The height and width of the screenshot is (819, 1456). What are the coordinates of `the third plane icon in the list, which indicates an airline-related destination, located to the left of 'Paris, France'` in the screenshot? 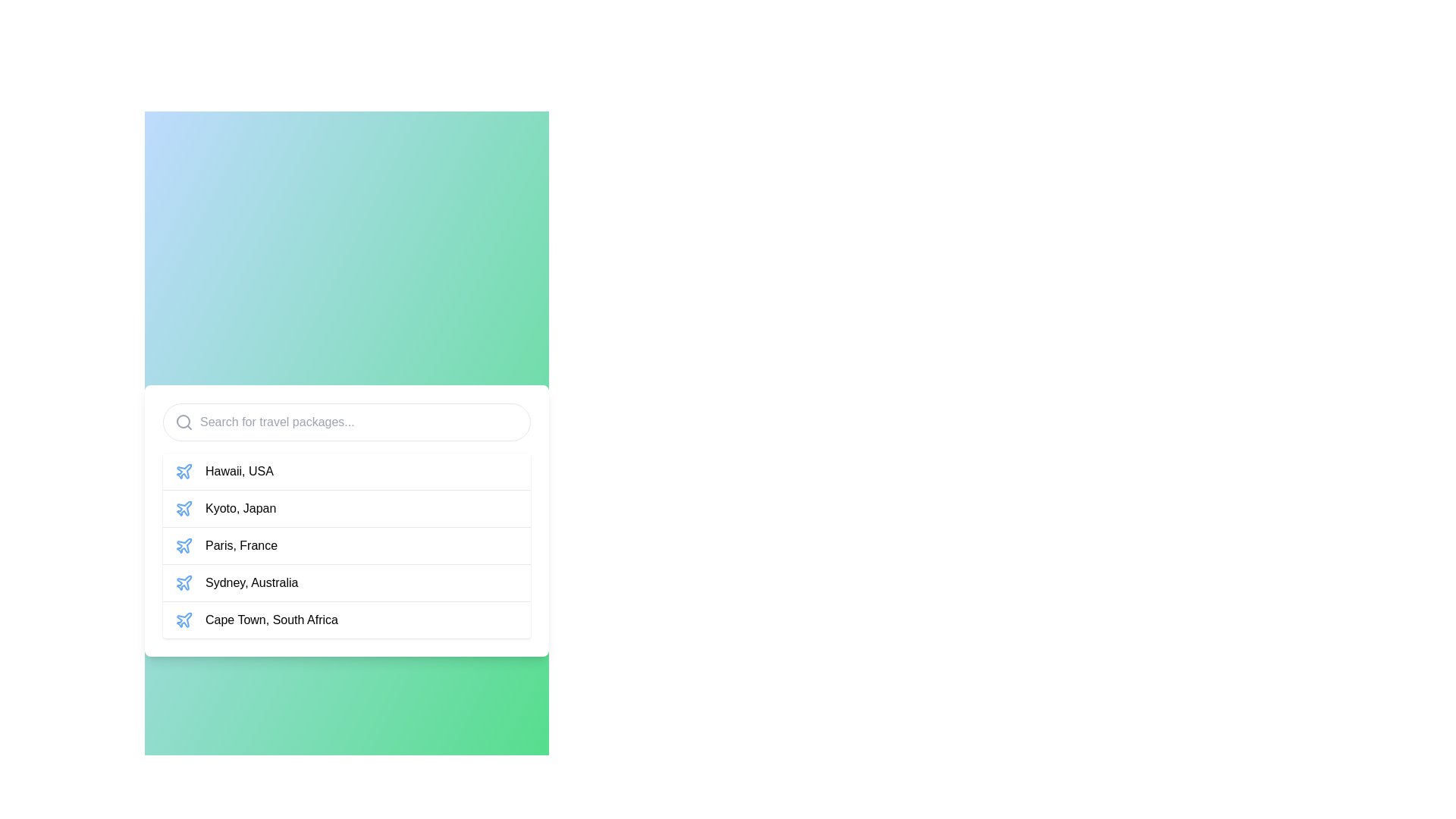 It's located at (184, 544).